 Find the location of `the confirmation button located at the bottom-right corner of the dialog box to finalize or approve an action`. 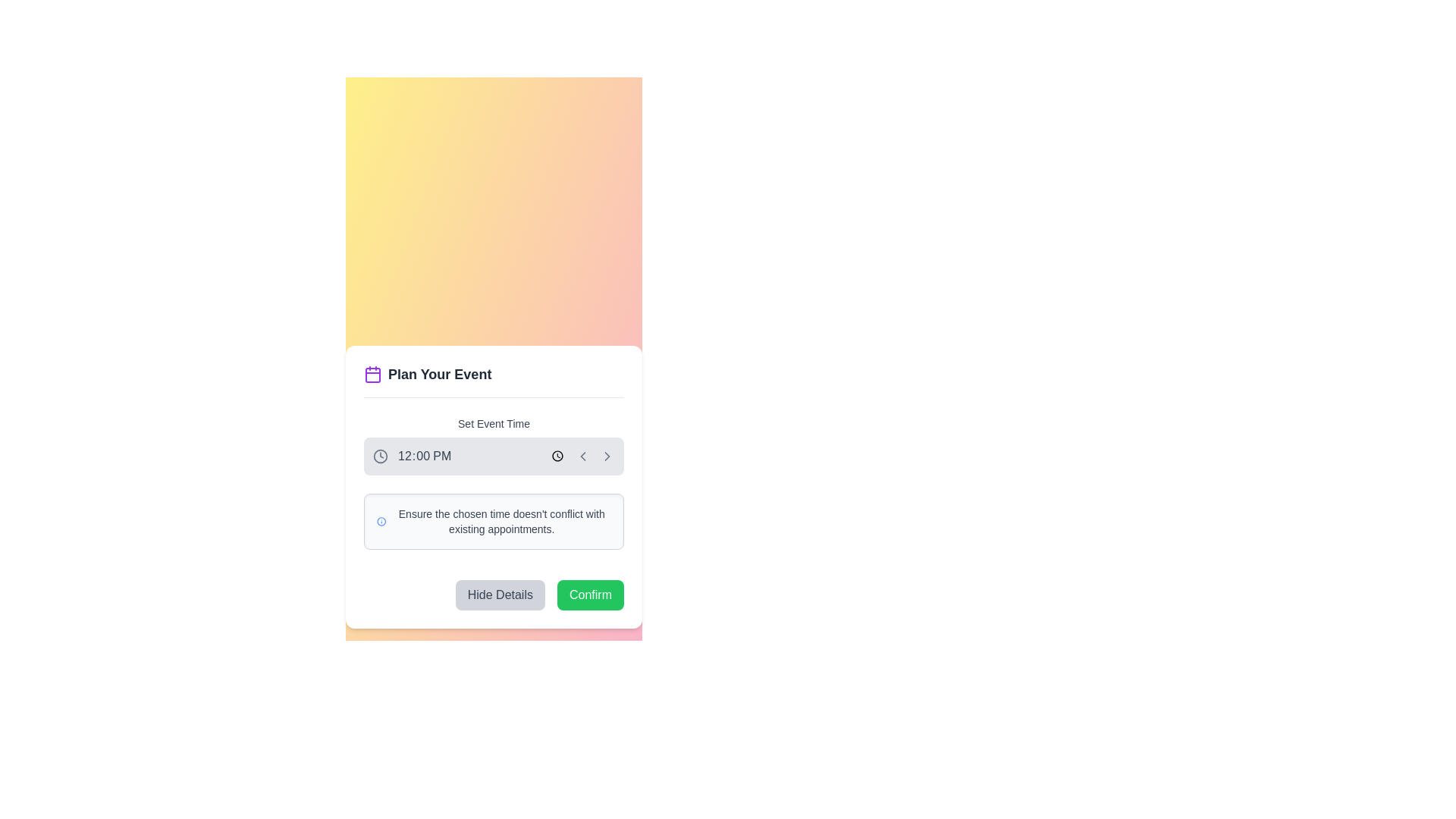

the confirmation button located at the bottom-right corner of the dialog box to finalize or approve an action is located at coordinates (589, 594).